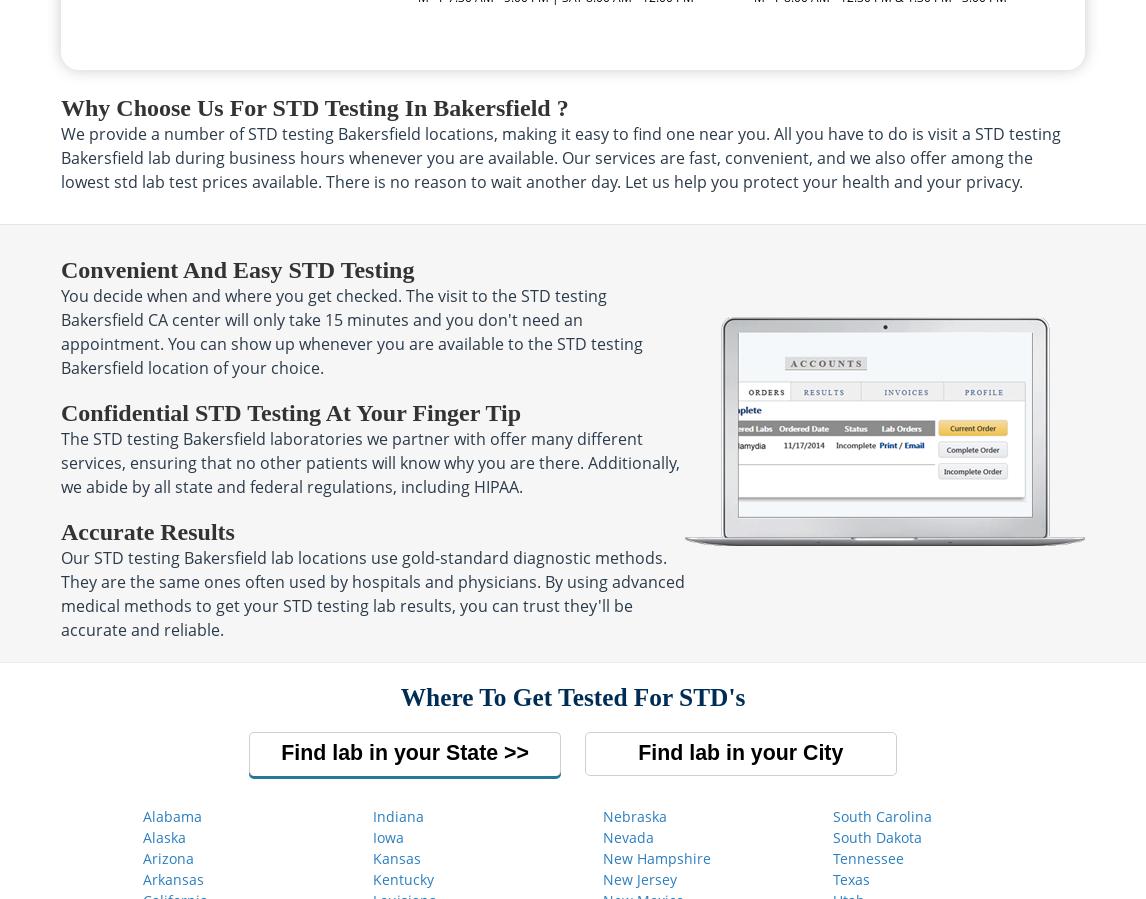 The image size is (1146, 899). I want to click on 'Indiana', so click(397, 815).